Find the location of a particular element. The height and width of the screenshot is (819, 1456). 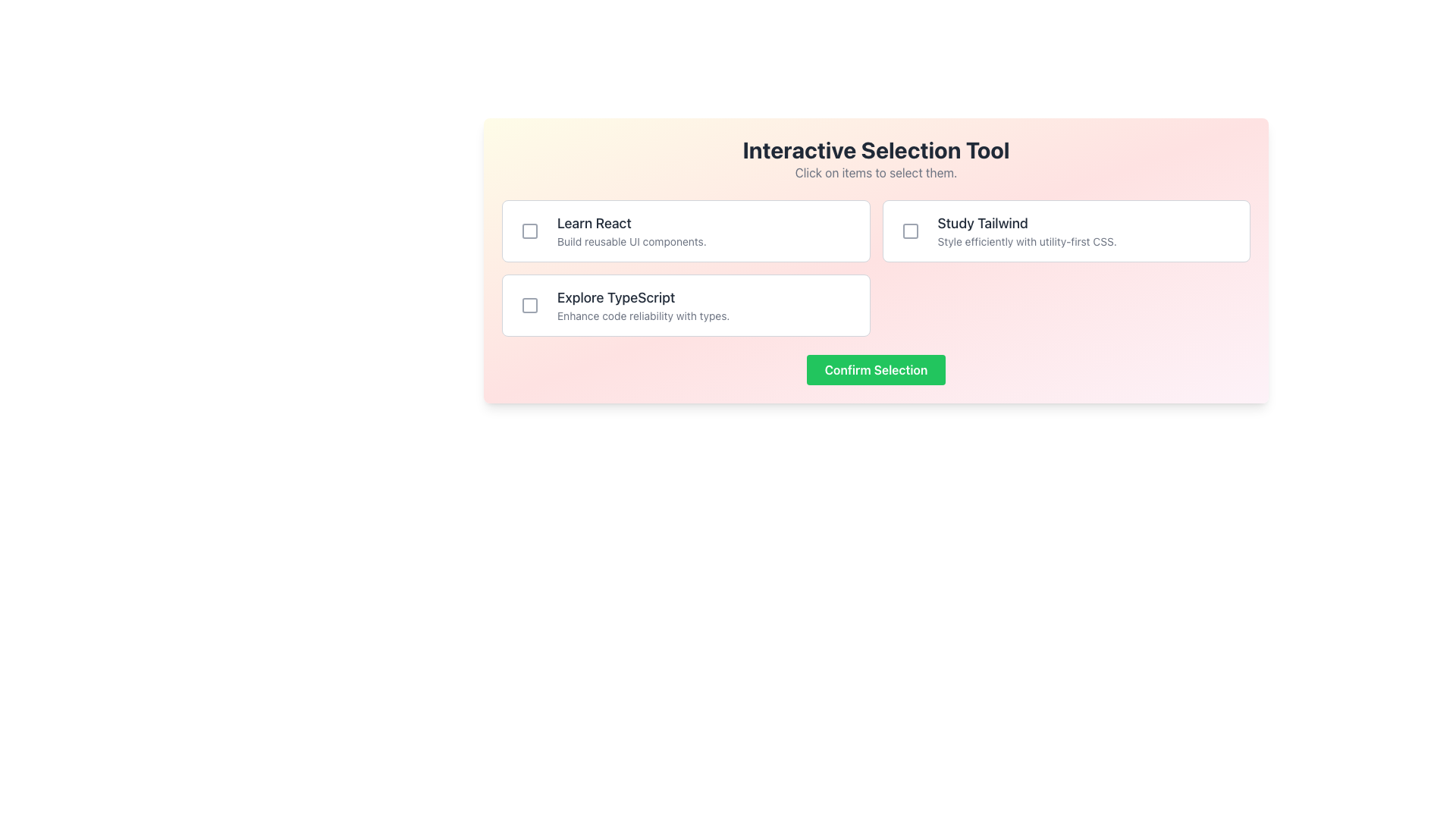

the gray square icon resembling a checkbox located on the left side of the 'Explore TypeScript' card, which is the third card in a vertical list of selectable items is located at coordinates (530, 305).